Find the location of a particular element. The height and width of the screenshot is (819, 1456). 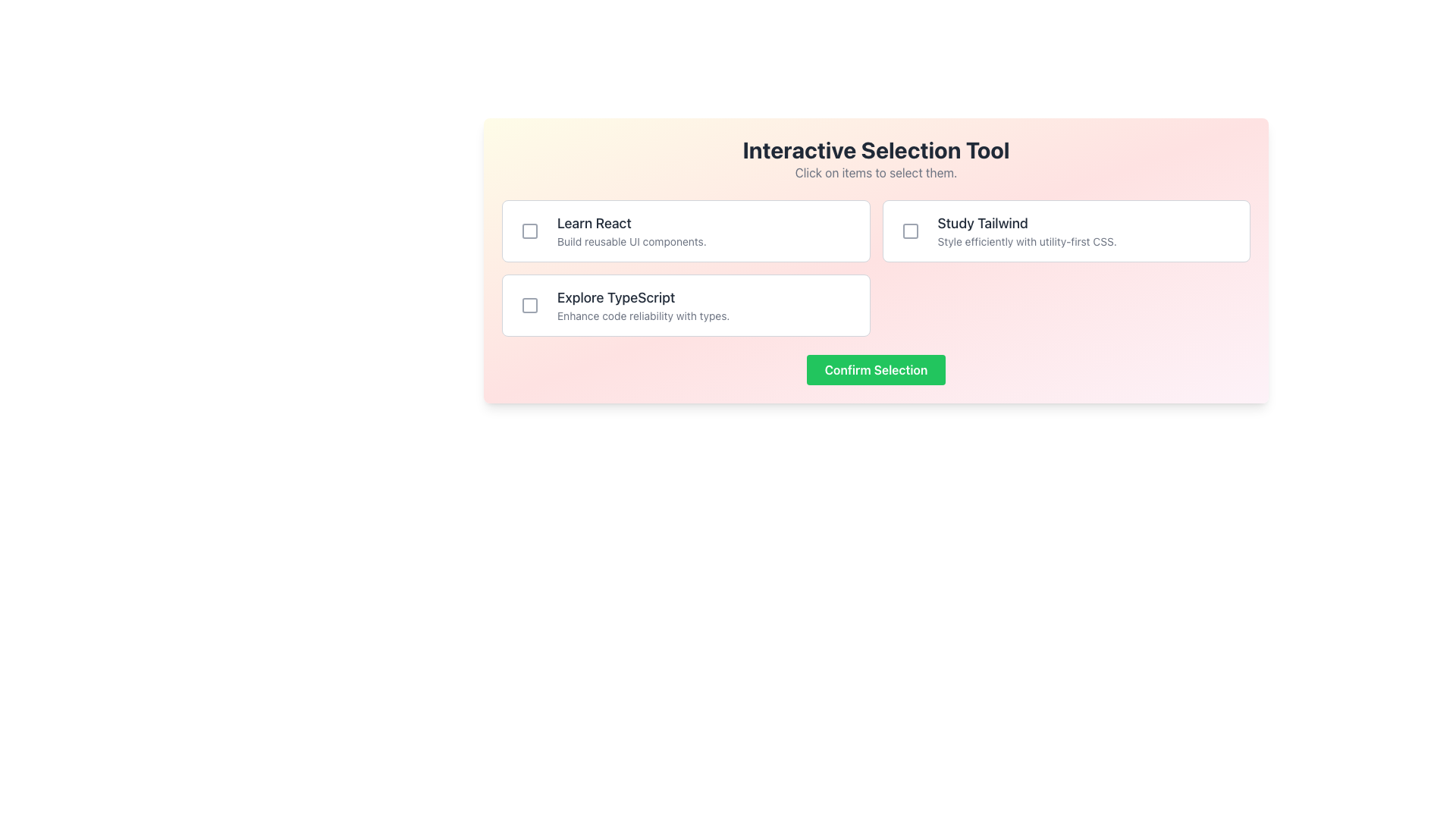

the gray square icon resembling a checkbox located on the left side of the 'Explore TypeScript' card, which is the third card in a vertical list of selectable items is located at coordinates (530, 305).